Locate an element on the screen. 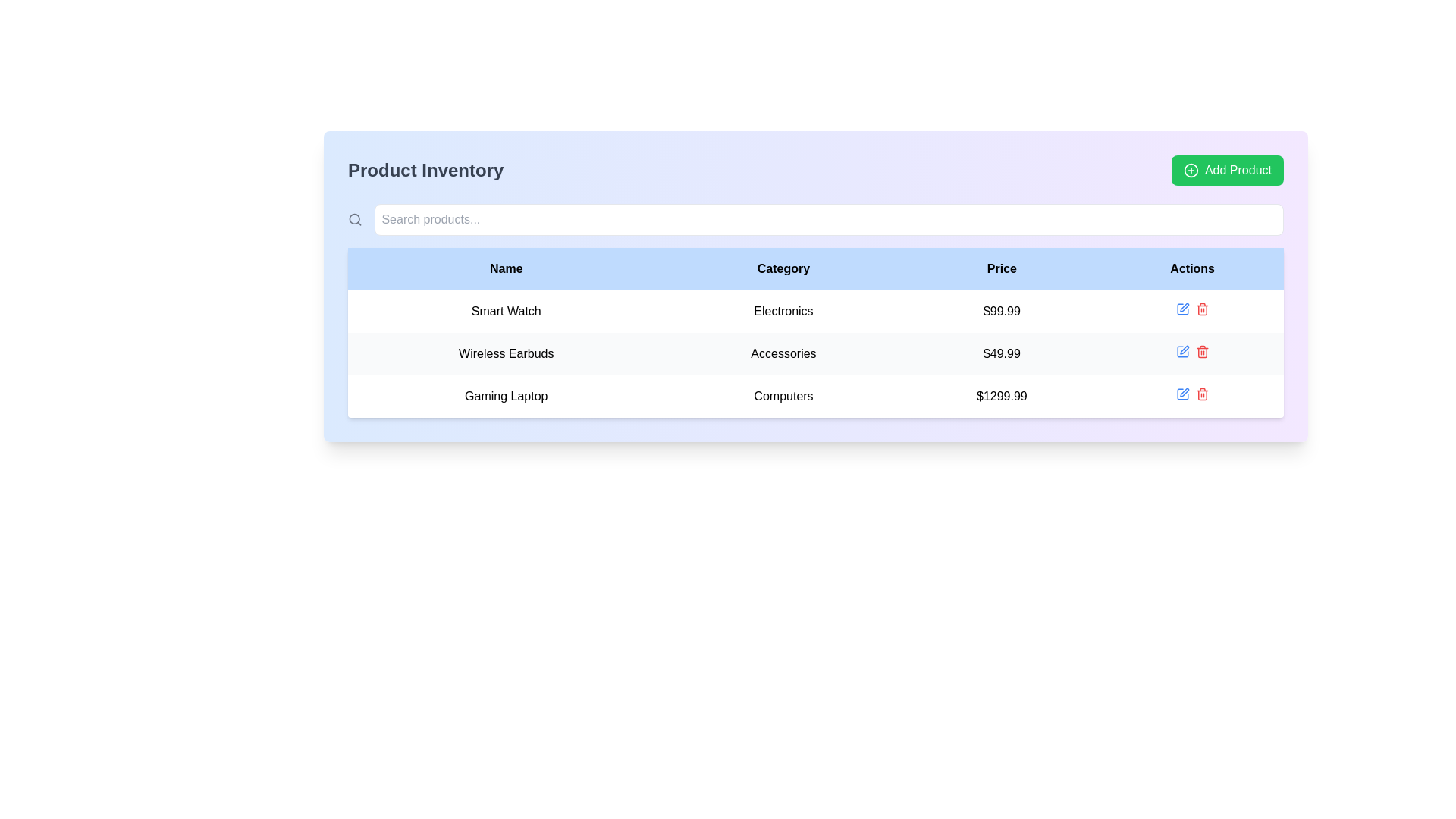 This screenshot has width=1456, height=819. the price label displaying '$99.99' for the 'Smart Watch' product in the first row of the table is located at coordinates (1002, 311).